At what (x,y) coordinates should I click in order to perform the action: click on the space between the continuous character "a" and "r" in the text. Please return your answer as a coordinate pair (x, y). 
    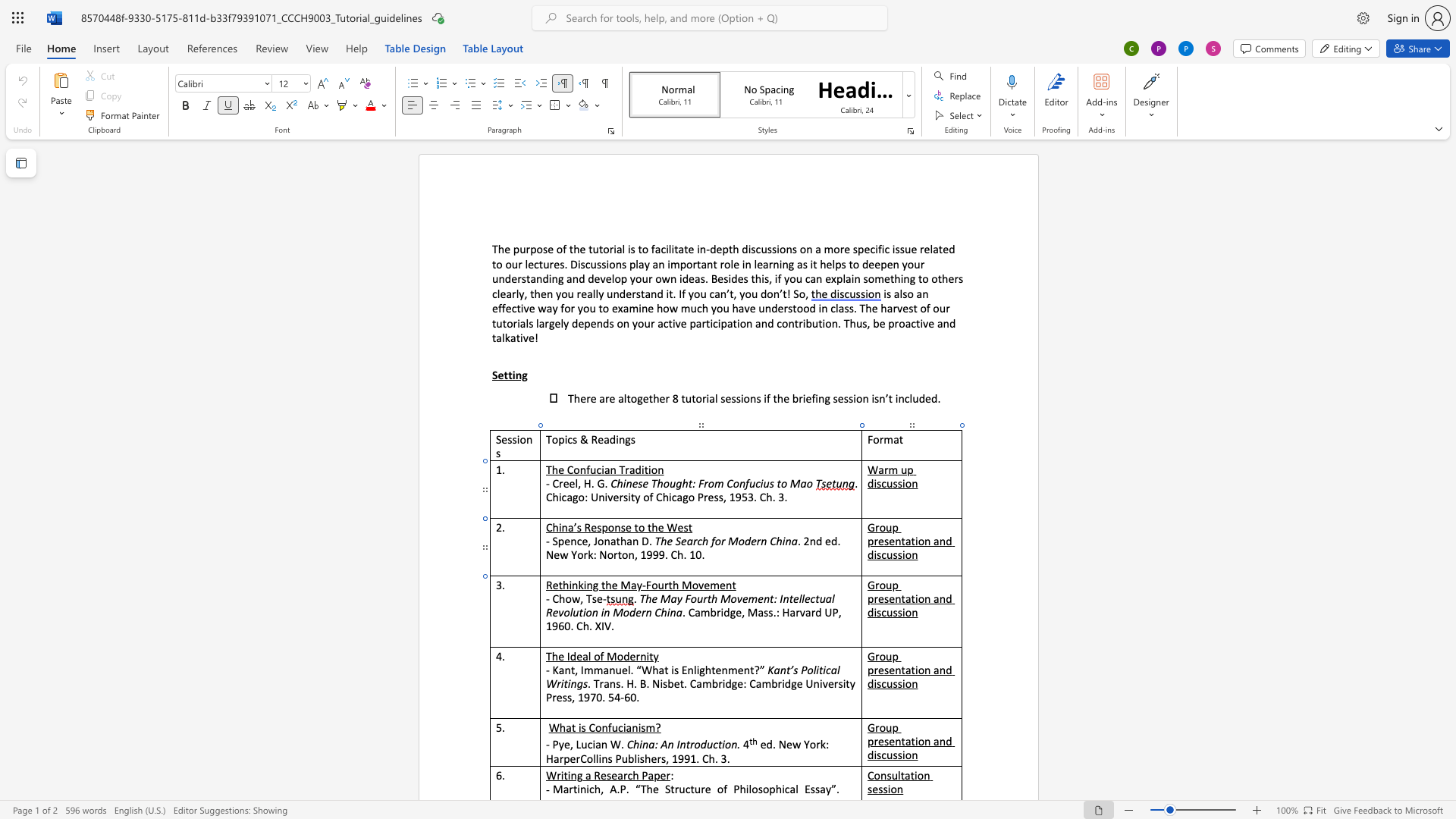
    Looking at the image, I should click on (692, 540).